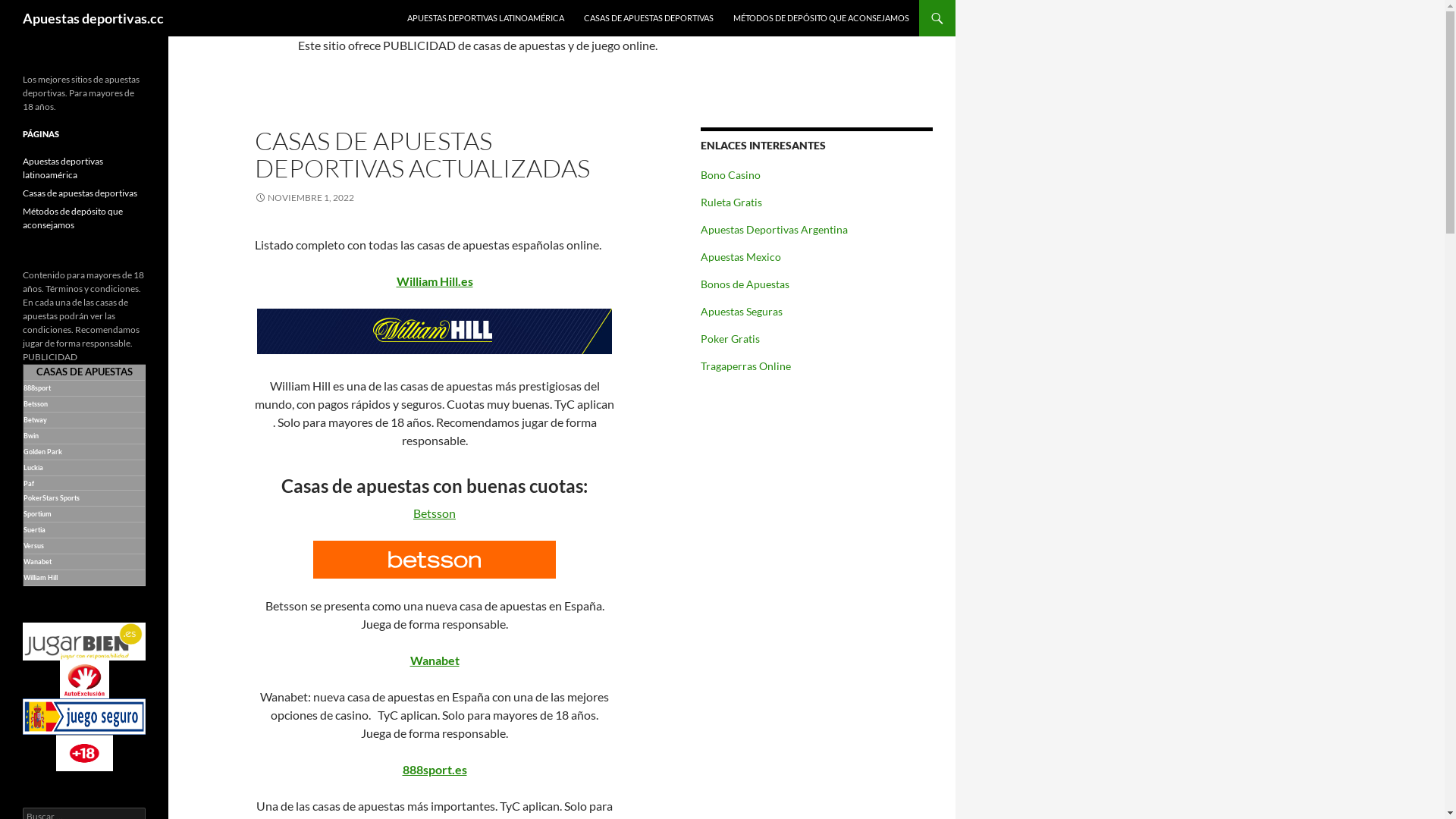  What do you see at coordinates (741, 256) in the screenshot?
I see `'Apuestas Mexico'` at bounding box center [741, 256].